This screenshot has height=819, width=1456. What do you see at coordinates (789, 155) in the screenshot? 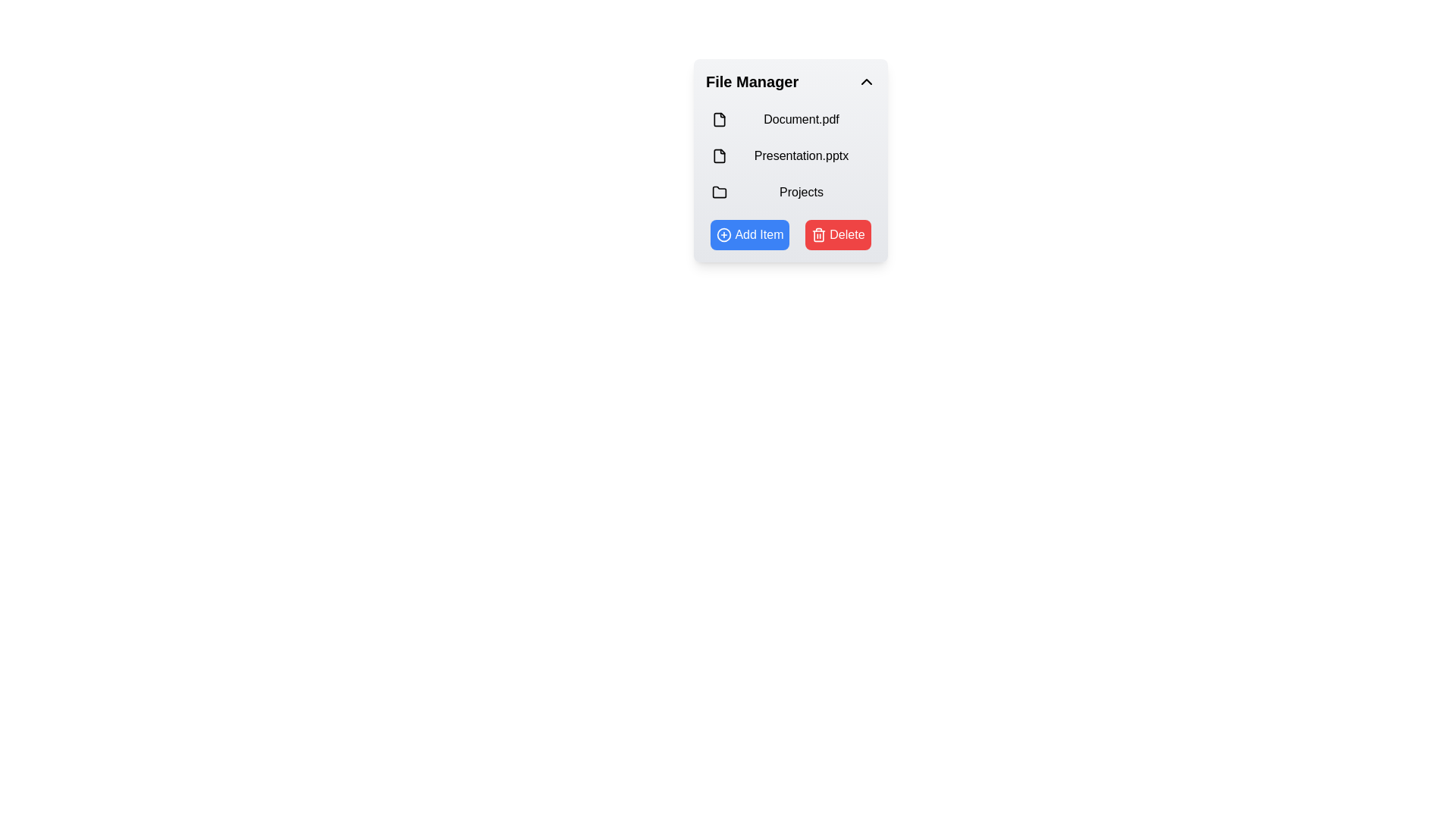
I see `on the File list item labeled 'Presentation.pptx'` at bounding box center [789, 155].